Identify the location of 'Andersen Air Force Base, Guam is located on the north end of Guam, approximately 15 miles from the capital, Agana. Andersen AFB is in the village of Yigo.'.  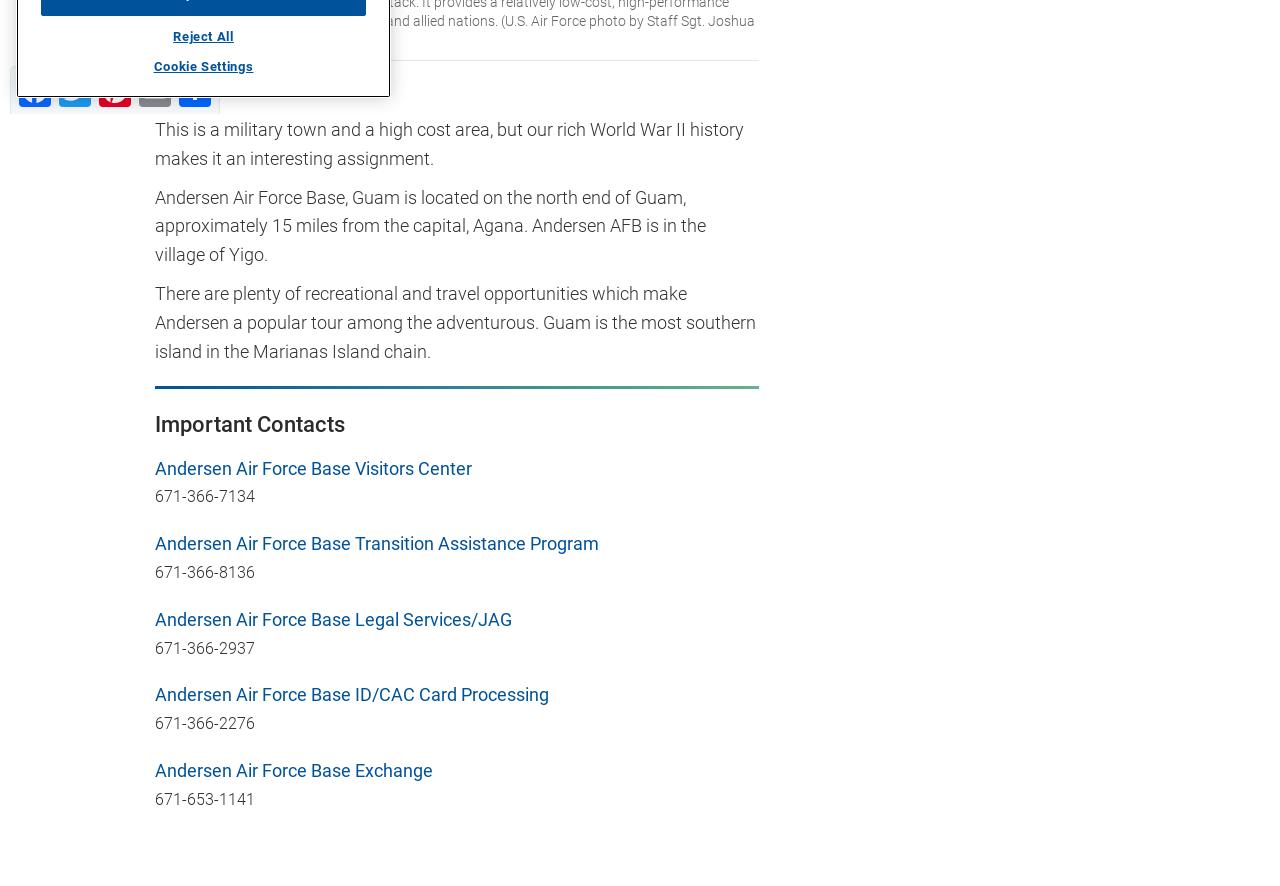
(154, 224).